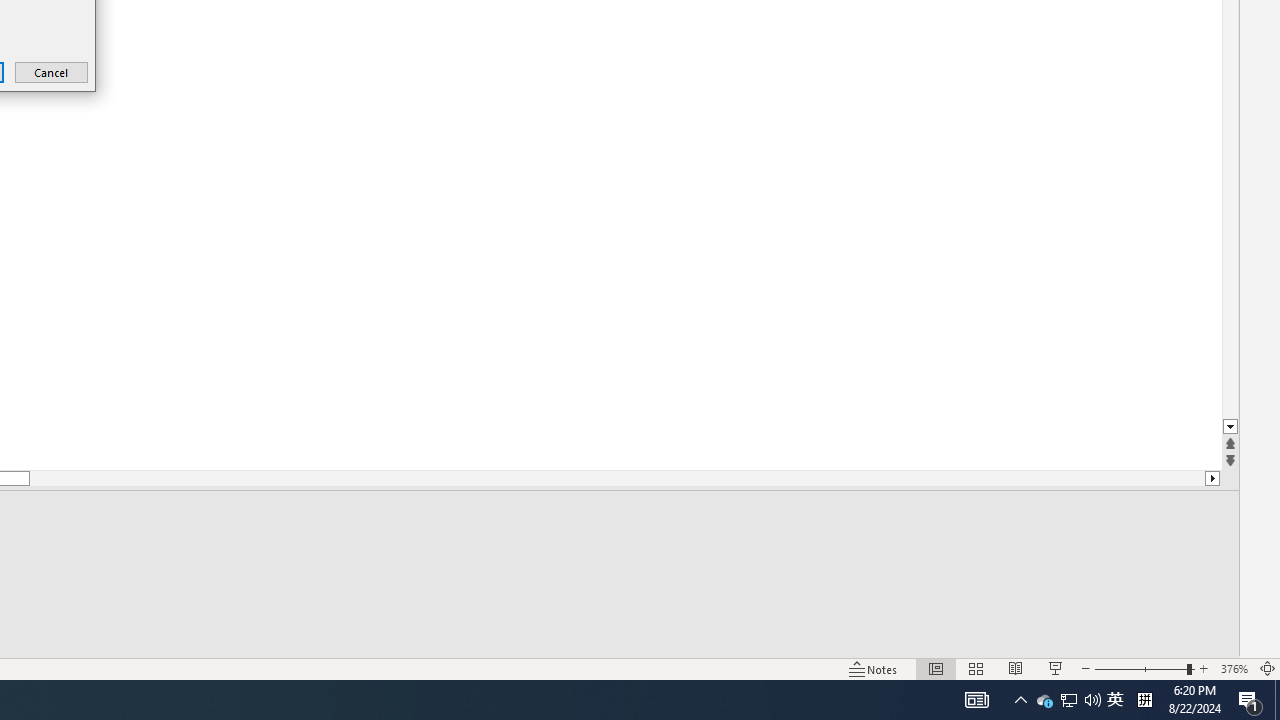 This screenshot has width=1280, height=720. What do you see at coordinates (1233, 669) in the screenshot?
I see `'Zoom 376%'` at bounding box center [1233, 669].